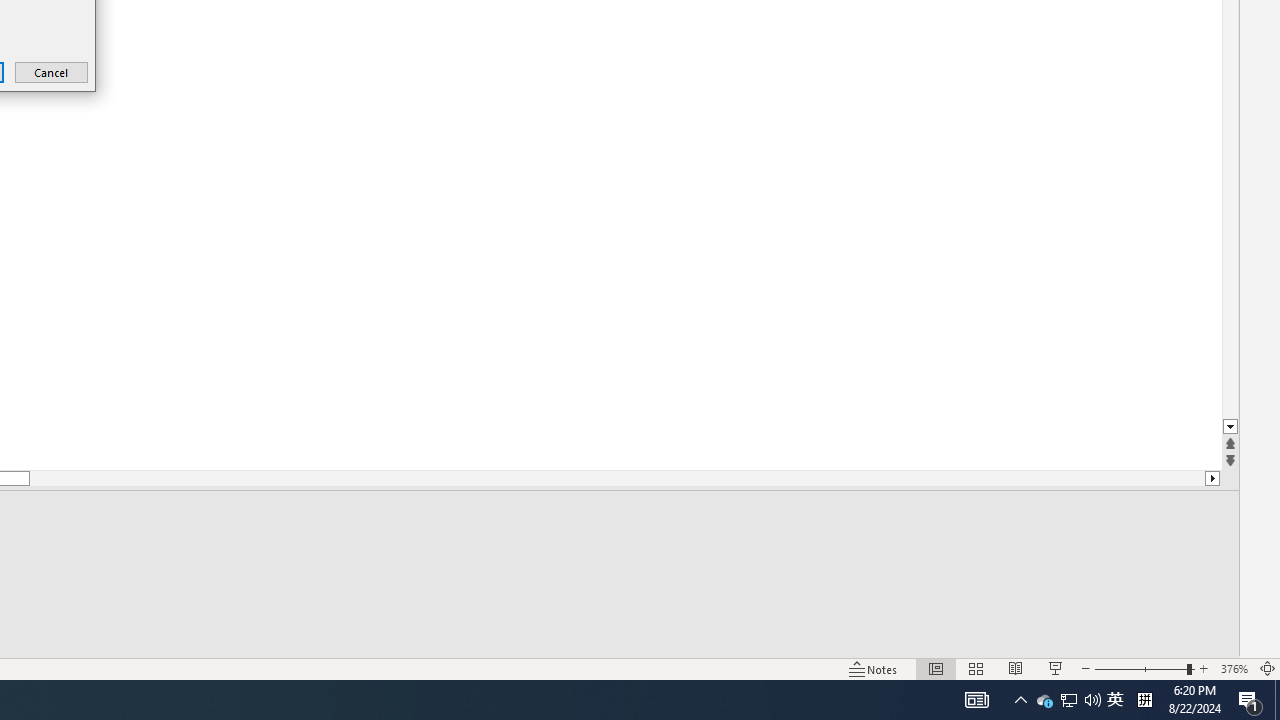 This screenshot has width=1280, height=720. What do you see at coordinates (1233, 669) in the screenshot?
I see `'Zoom 376%'` at bounding box center [1233, 669].